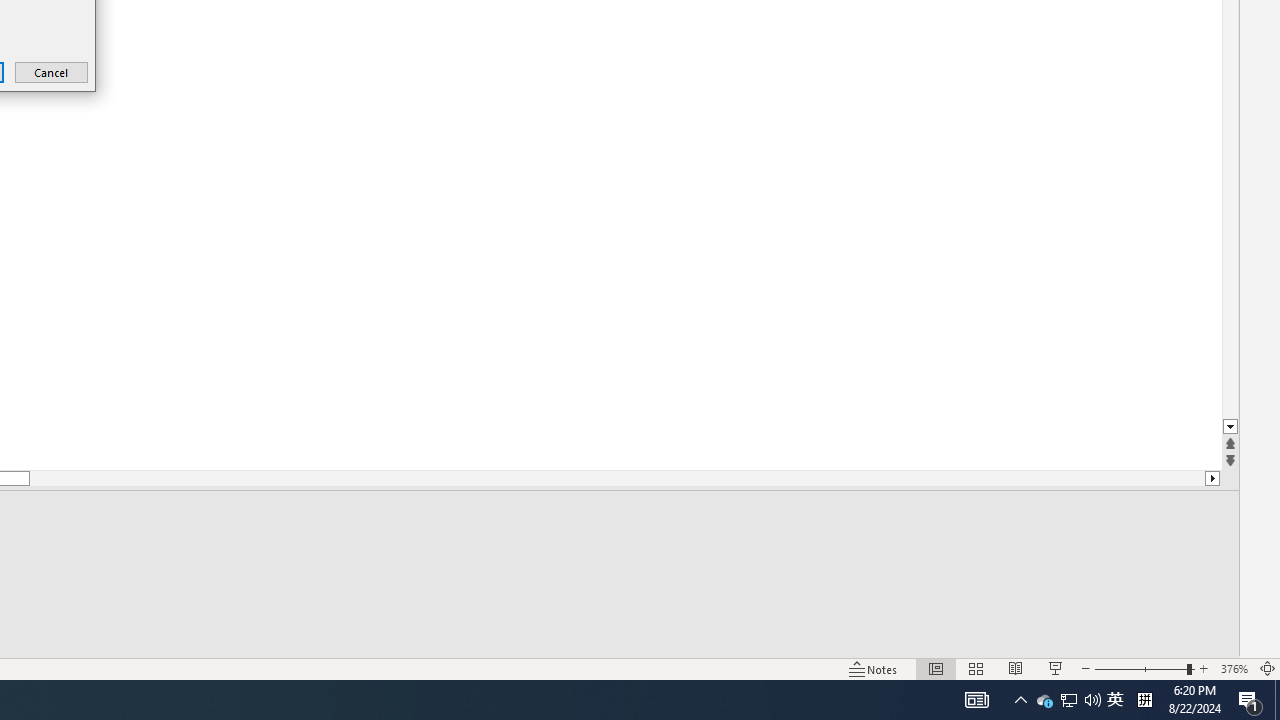 This screenshot has width=1280, height=720. What do you see at coordinates (1233, 669) in the screenshot?
I see `'Zoom 376%'` at bounding box center [1233, 669].